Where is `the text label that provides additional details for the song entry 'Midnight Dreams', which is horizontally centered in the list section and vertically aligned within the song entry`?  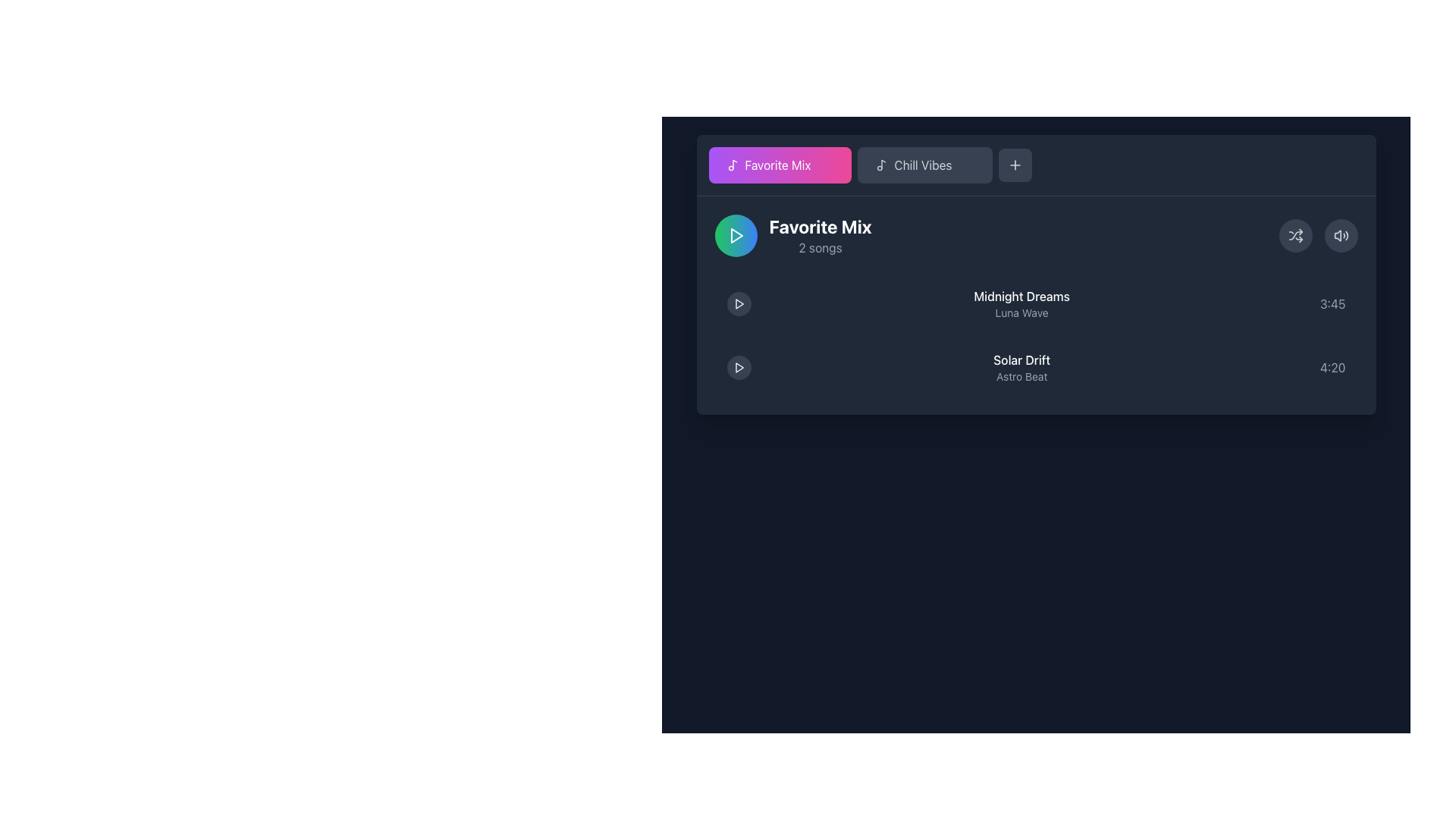
the text label that provides additional details for the song entry 'Midnight Dreams', which is horizontally centered in the list section and vertically aligned within the song entry is located at coordinates (1021, 312).